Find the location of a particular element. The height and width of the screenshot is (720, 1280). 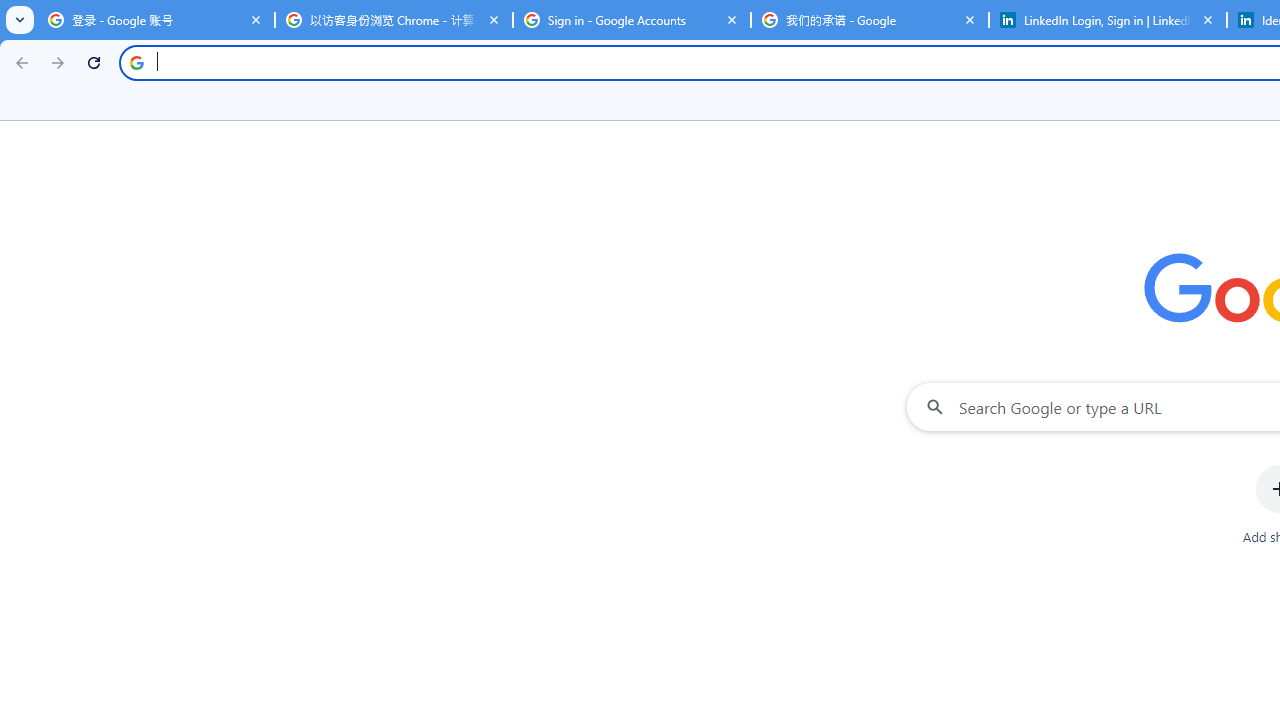

'Sign in - Google Accounts' is located at coordinates (631, 20).